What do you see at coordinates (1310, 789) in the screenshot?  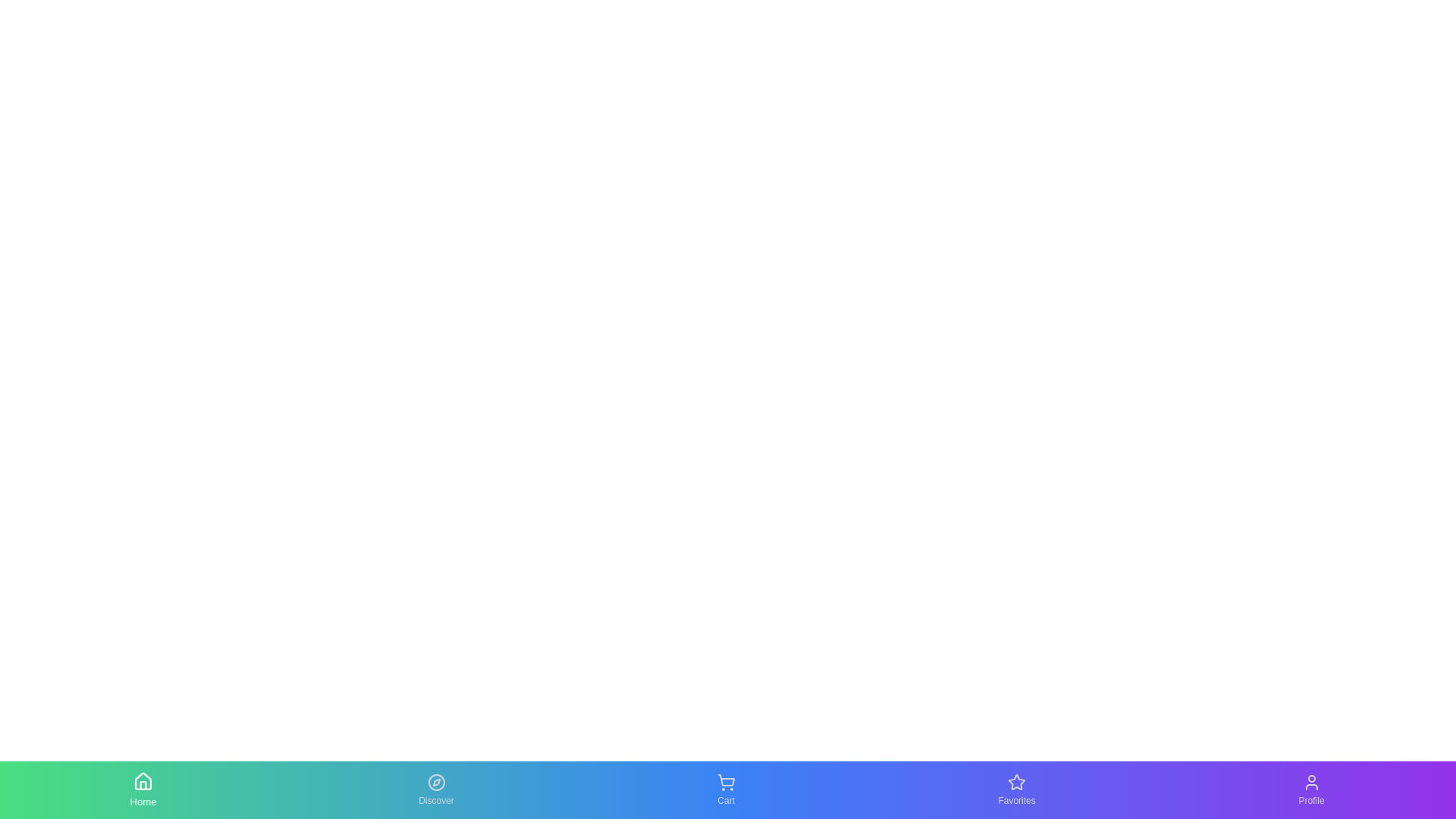 I see `the Profile tab to see the hover effect` at bounding box center [1310, 789].